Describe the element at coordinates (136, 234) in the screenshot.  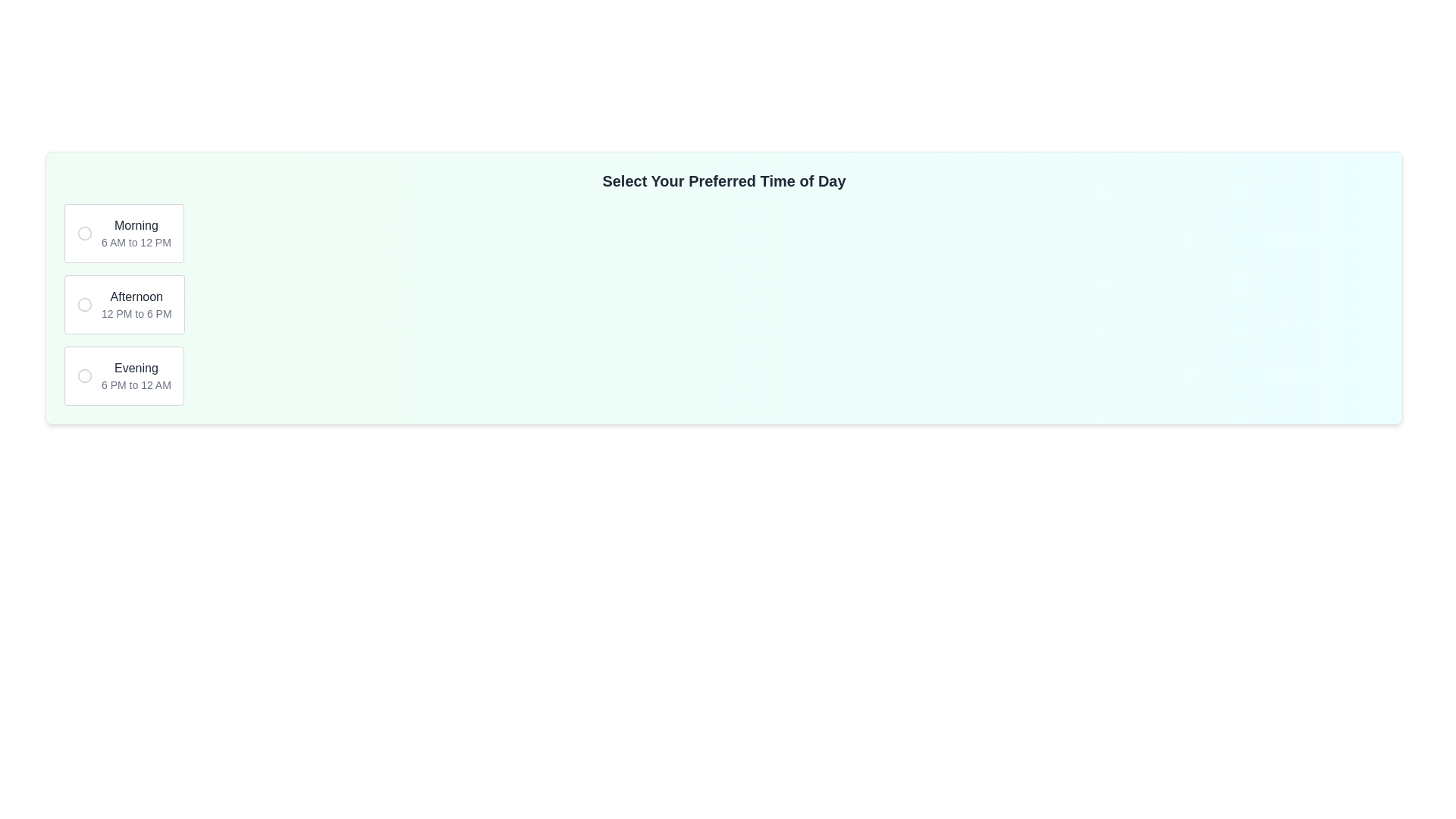
I see `the label that states 'Morning' and '6 AM to 12 PM', which is part of a selection group for time preferences` at that location.